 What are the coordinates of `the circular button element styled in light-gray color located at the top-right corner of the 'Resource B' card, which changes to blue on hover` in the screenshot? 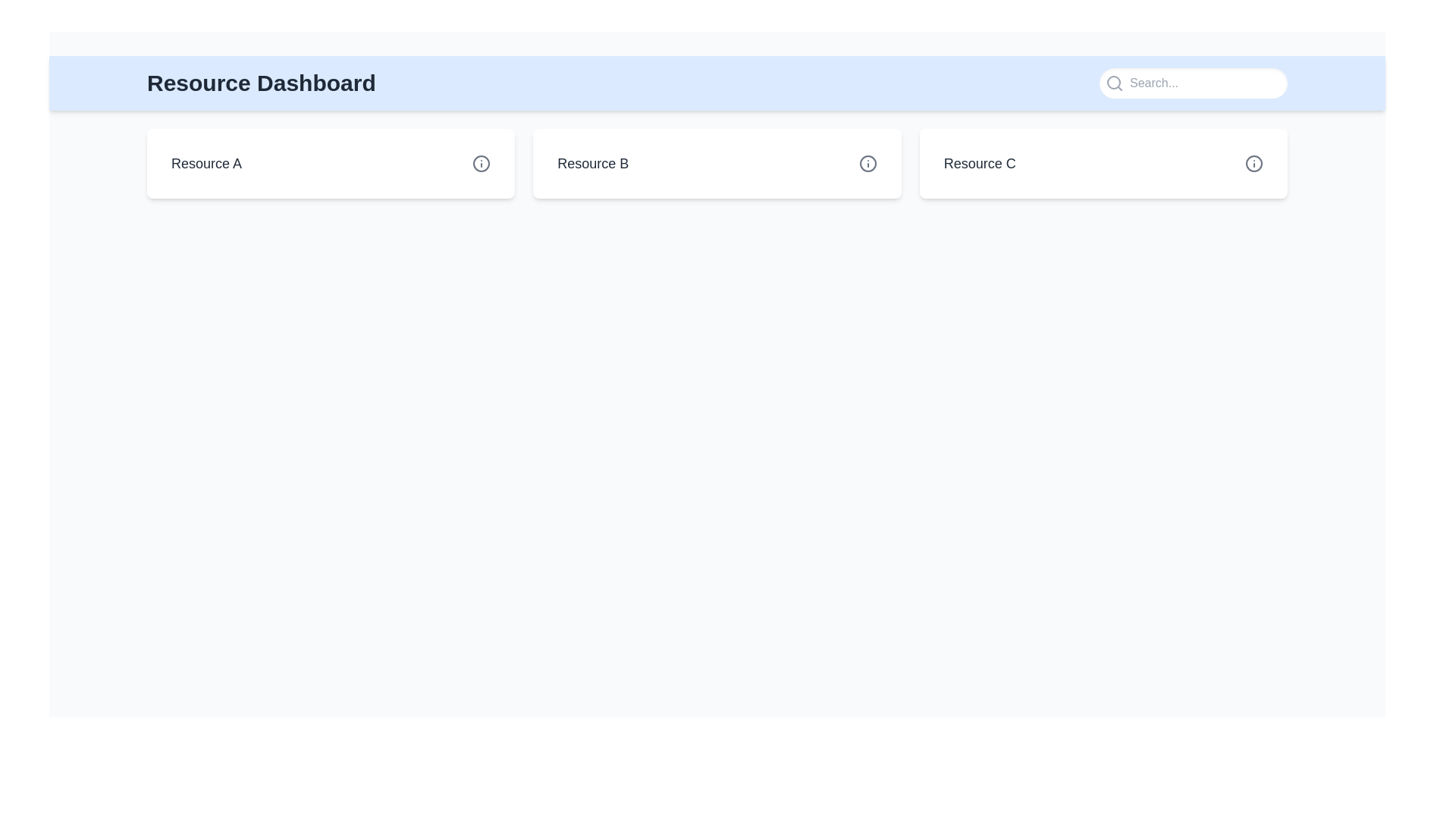 It's located at (868, 164).